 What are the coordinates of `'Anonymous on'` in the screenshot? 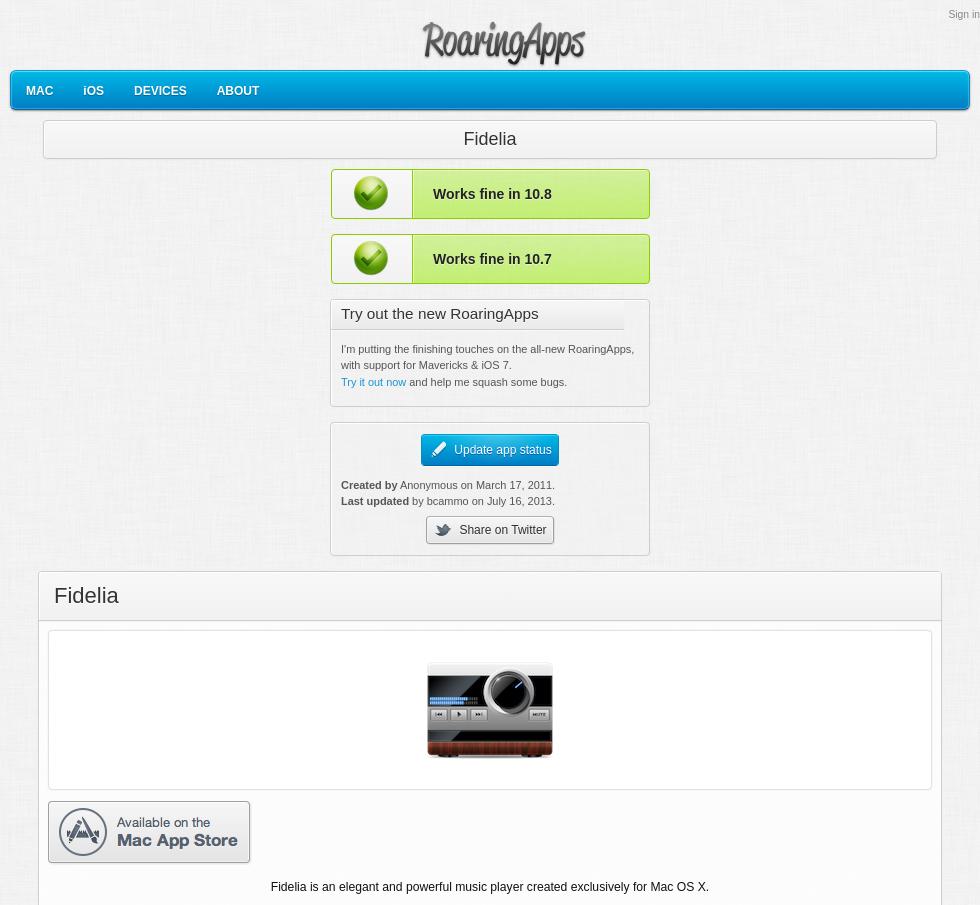 It's located at (436, 484).